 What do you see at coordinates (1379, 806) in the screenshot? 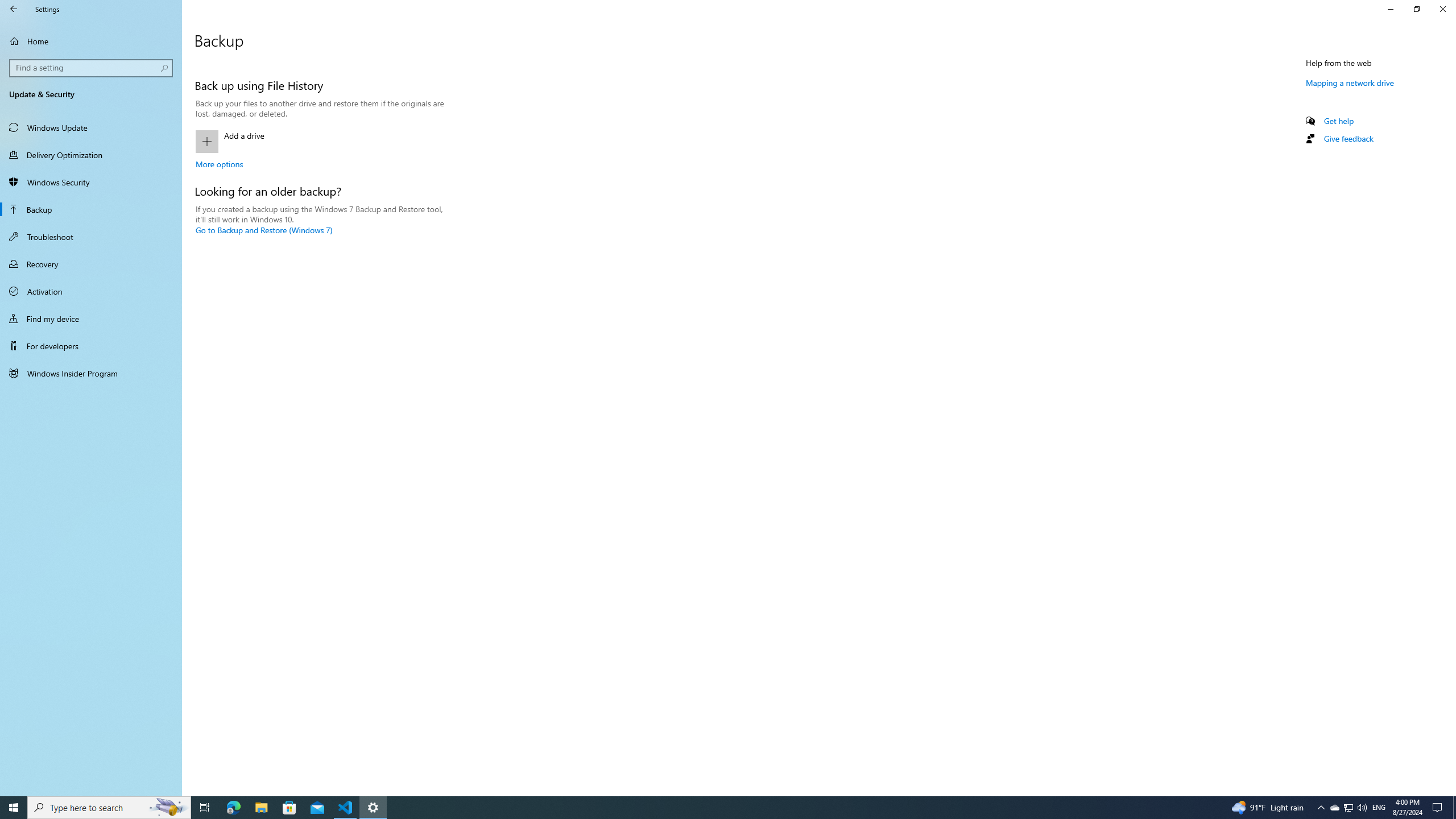
I see `'Tray Input Indicator - English (United States)'` at bounding box center [1379, 806].